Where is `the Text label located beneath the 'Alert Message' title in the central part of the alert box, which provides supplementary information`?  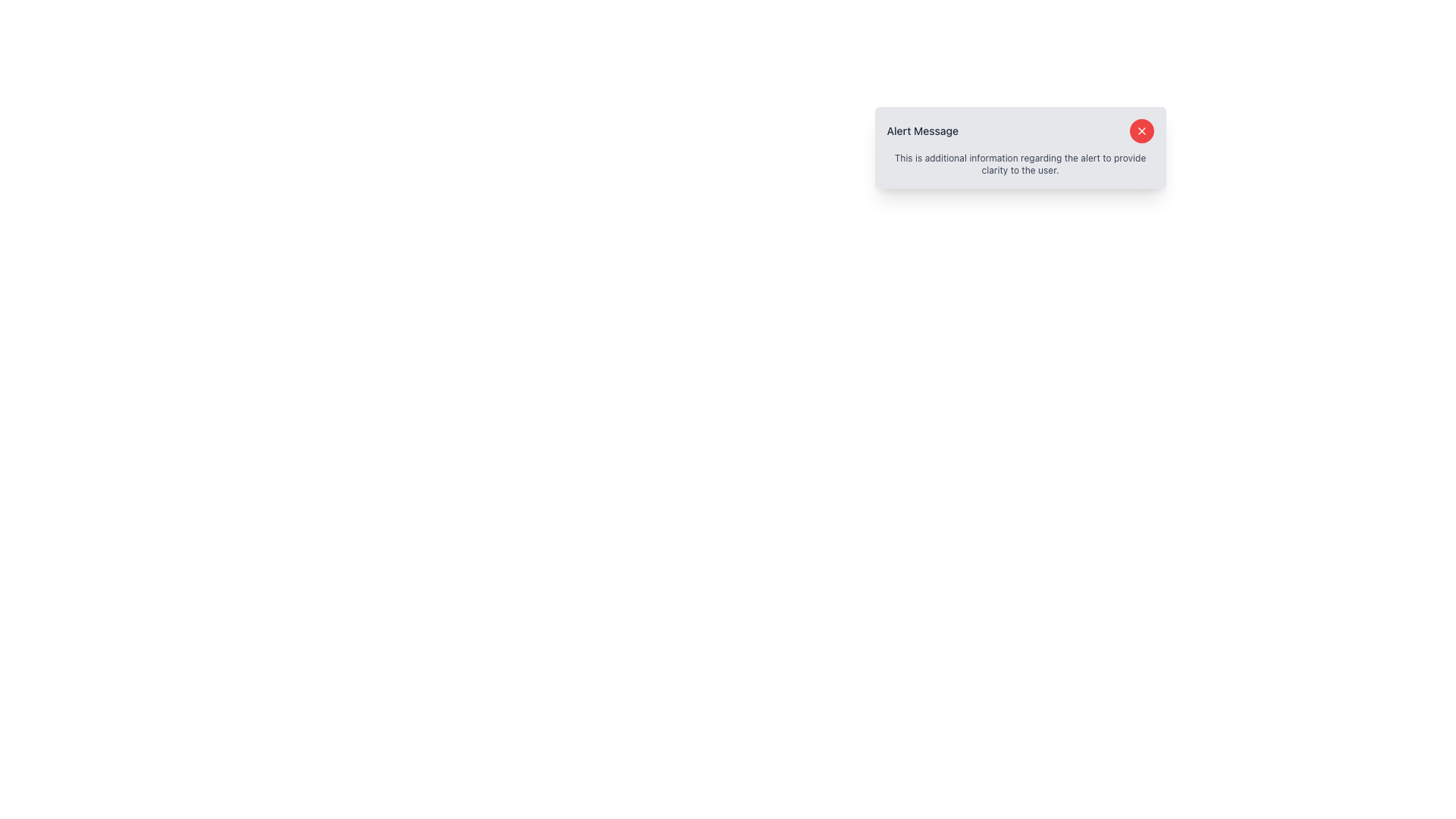
the Text label located beneath the 'Alert Message' title in the central part of the alert box, which provides supplementary information is located at coordinates (1020, 164).